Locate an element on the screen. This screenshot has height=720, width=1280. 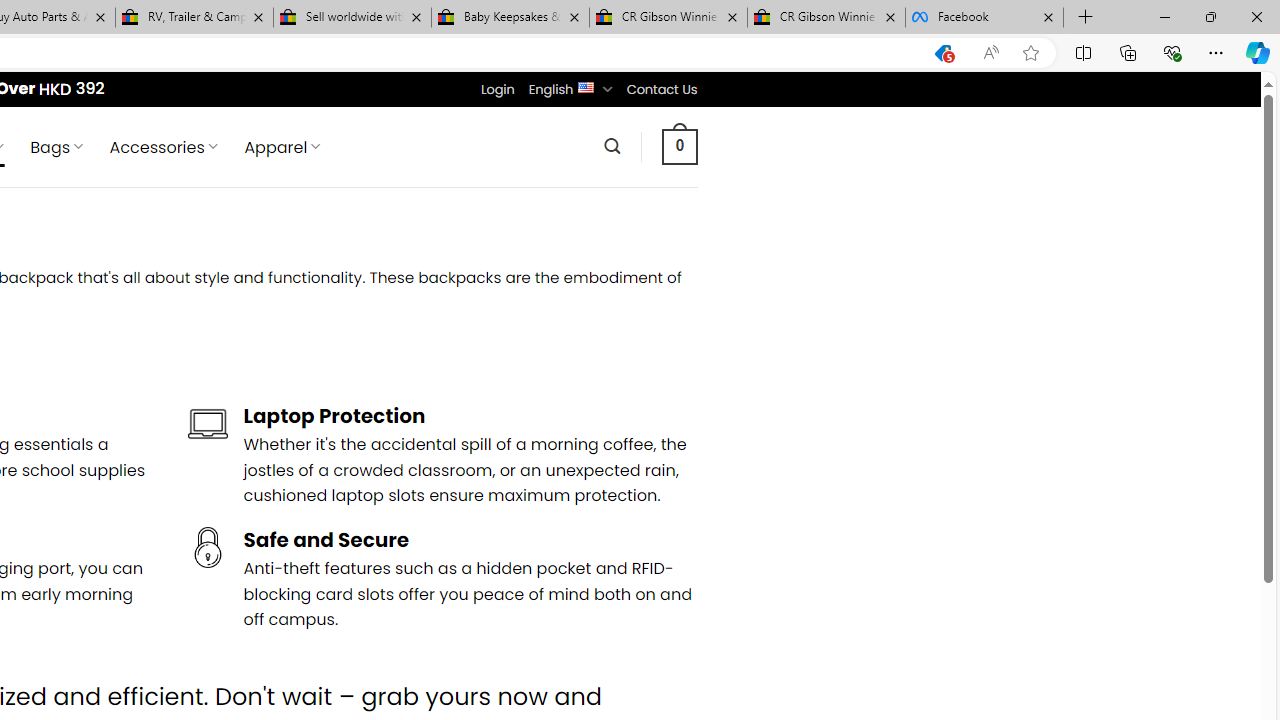
'Login' is located at coordinates (497, 88).